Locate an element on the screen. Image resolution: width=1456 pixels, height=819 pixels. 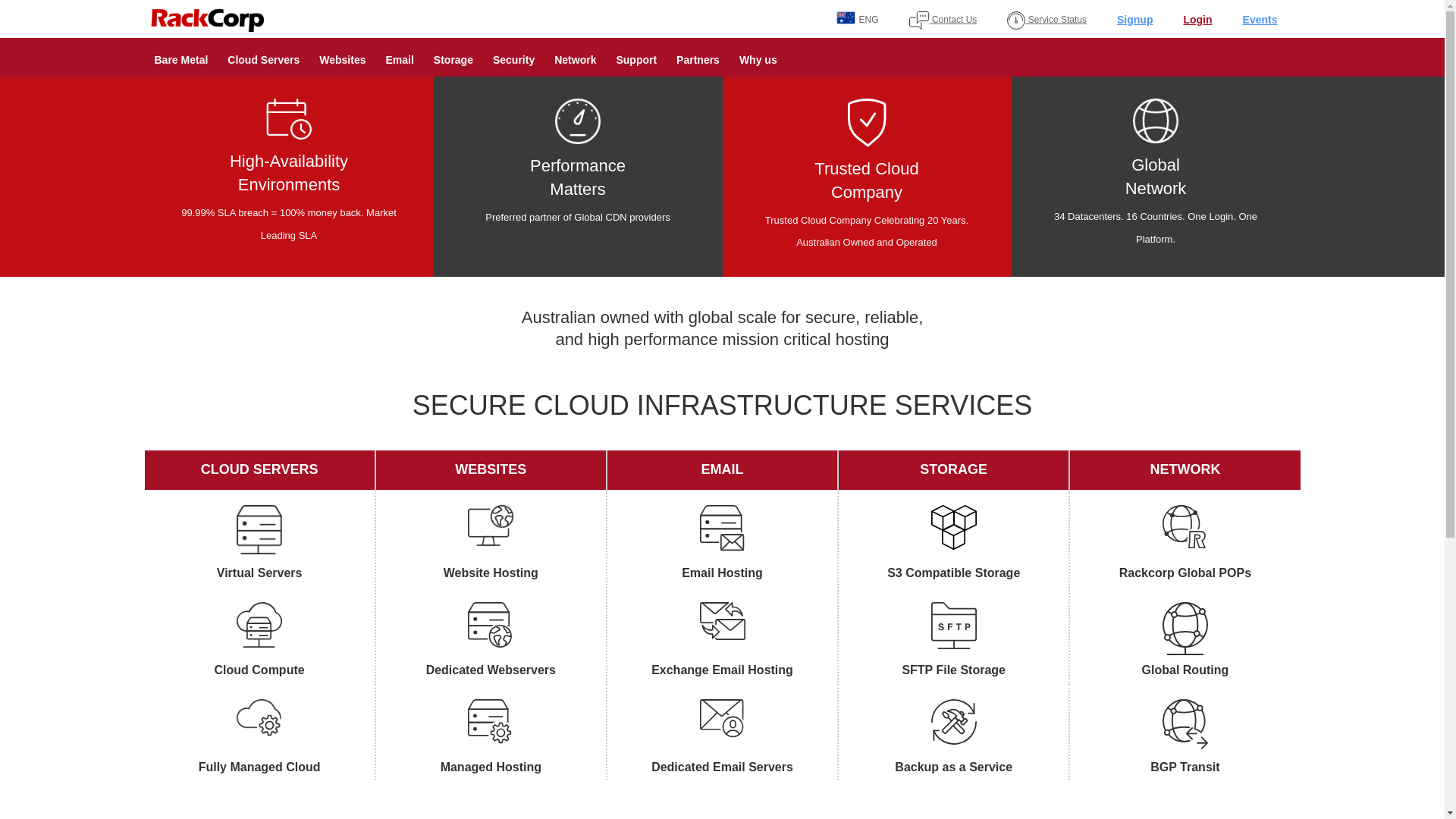
'Service Status' is located at coordinates (1046, 20).